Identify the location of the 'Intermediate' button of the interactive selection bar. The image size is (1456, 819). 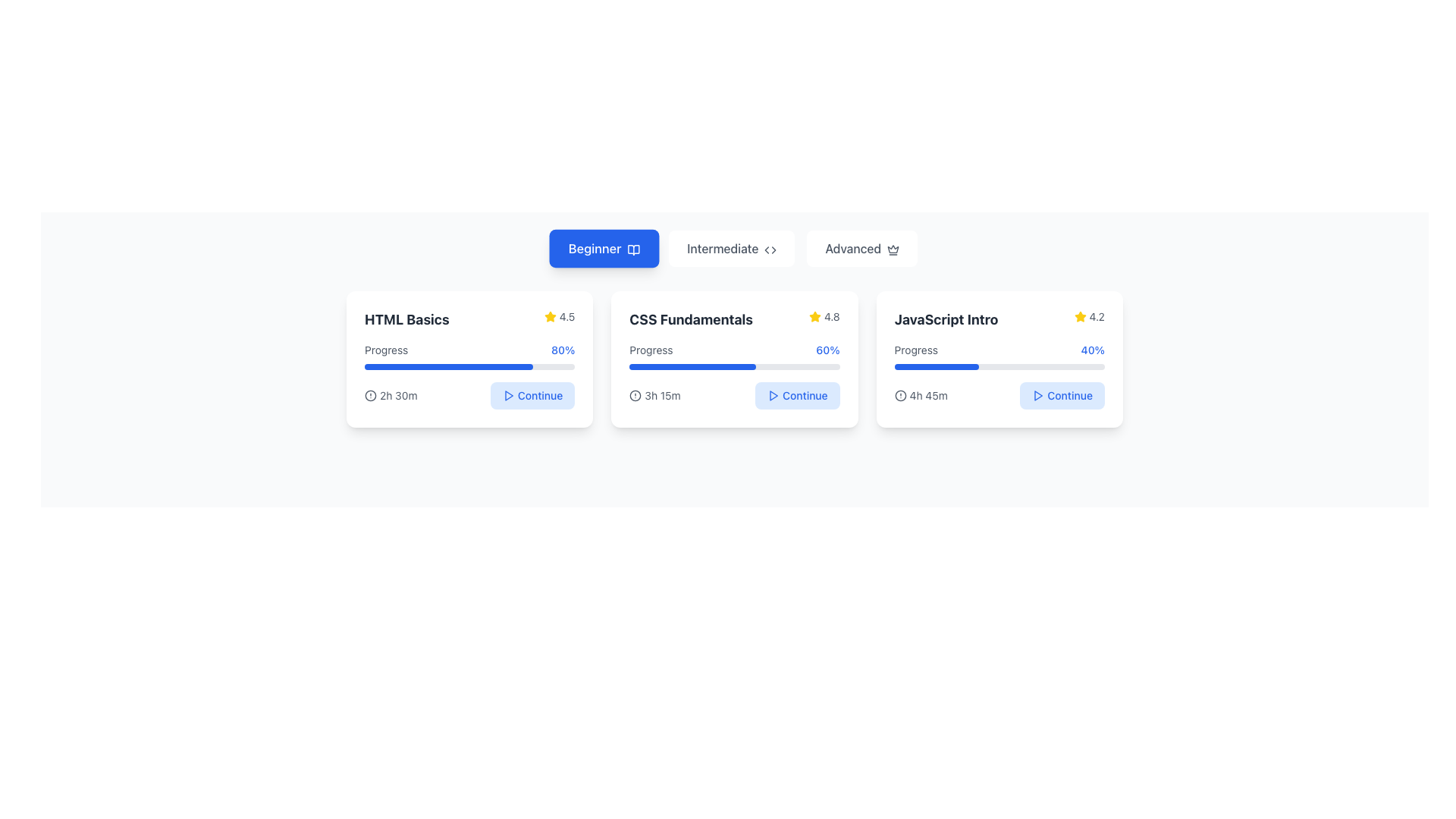
(735, 247).